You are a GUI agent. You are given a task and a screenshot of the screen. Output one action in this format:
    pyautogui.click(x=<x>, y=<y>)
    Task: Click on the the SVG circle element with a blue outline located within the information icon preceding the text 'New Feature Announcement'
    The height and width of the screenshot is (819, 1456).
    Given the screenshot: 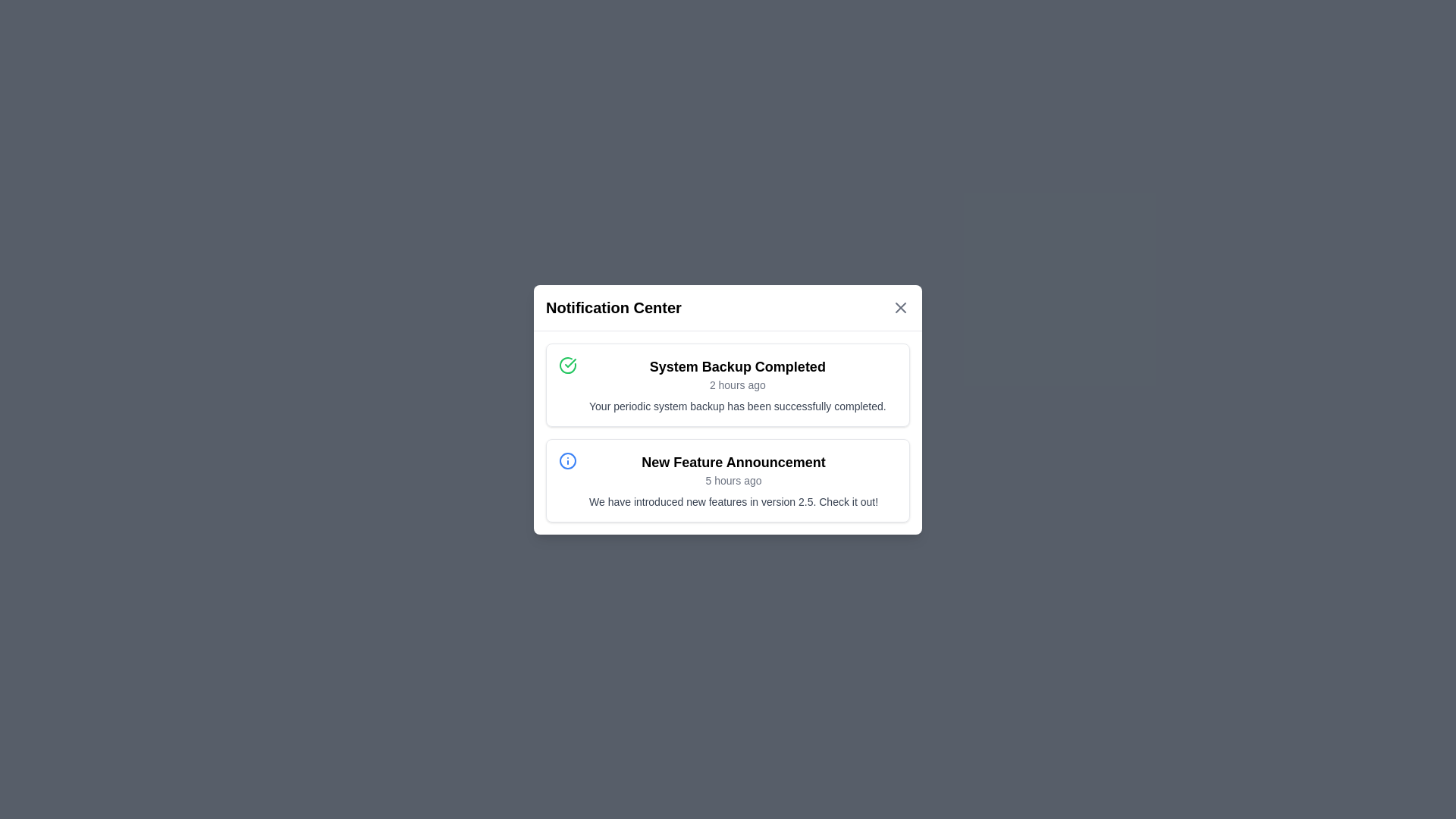 What is the action you would take?
    pyautogui.click(x=566, y=460)
    